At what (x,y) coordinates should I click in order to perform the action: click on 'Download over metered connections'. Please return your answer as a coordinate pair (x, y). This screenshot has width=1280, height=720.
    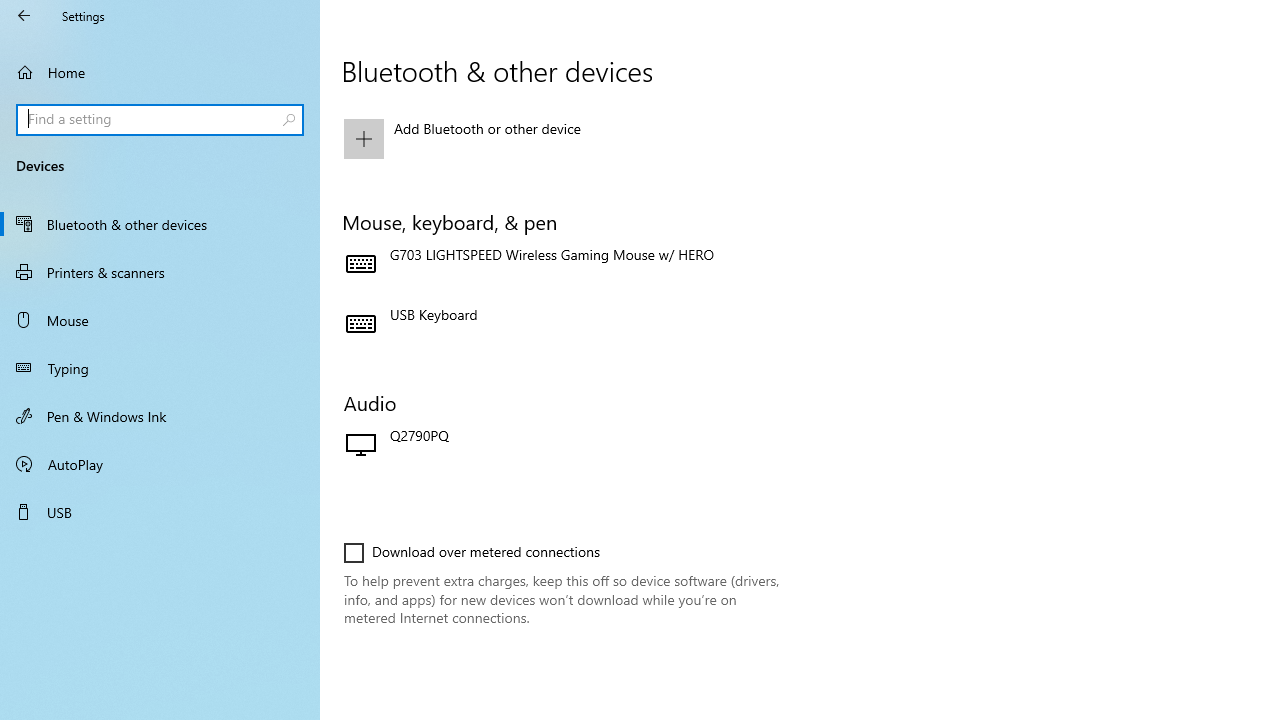
    Looking at the image, I should click on (471, 552).